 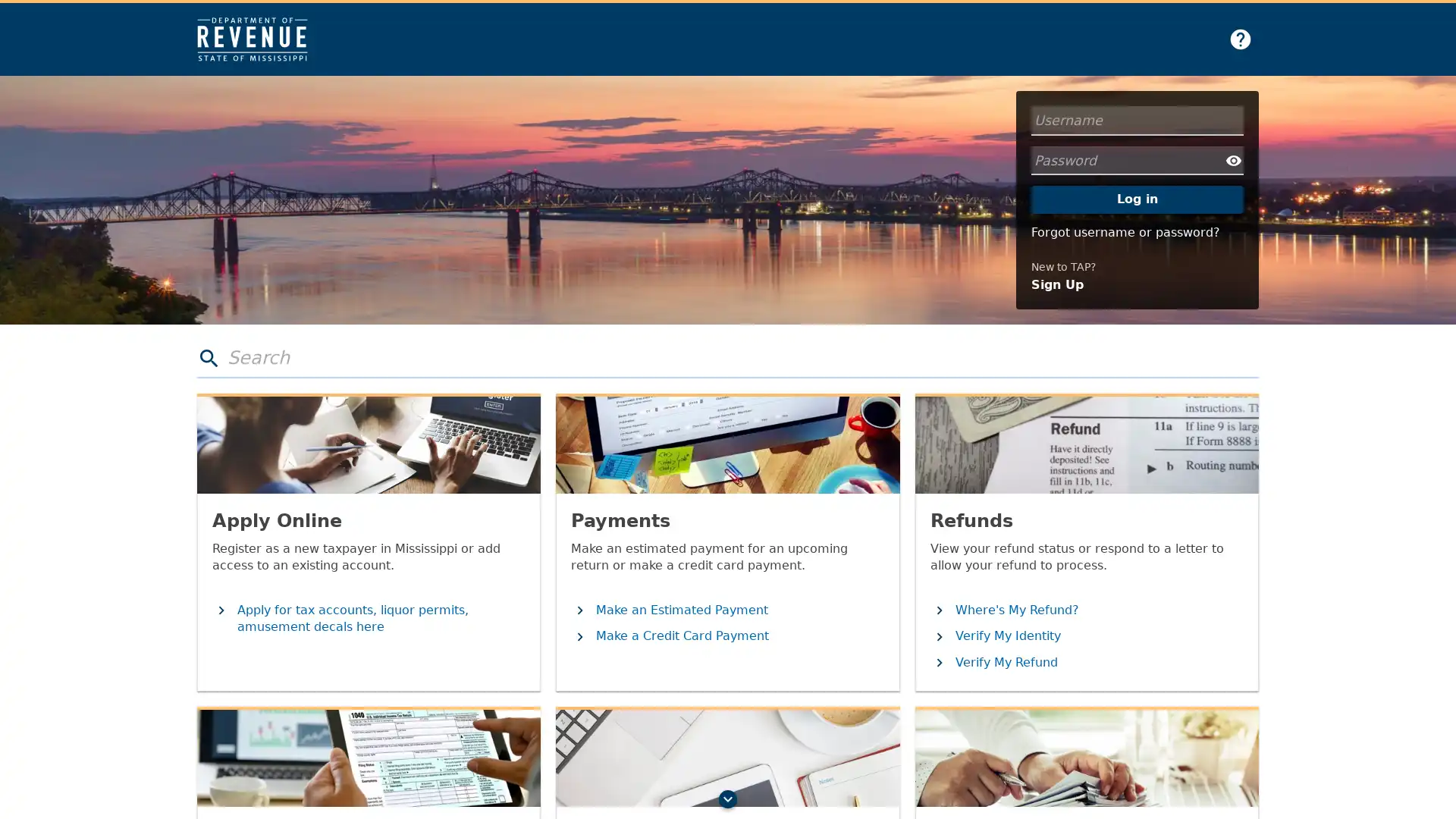 I want to click on Show/Hide Password, so click(x=1234, y=160).